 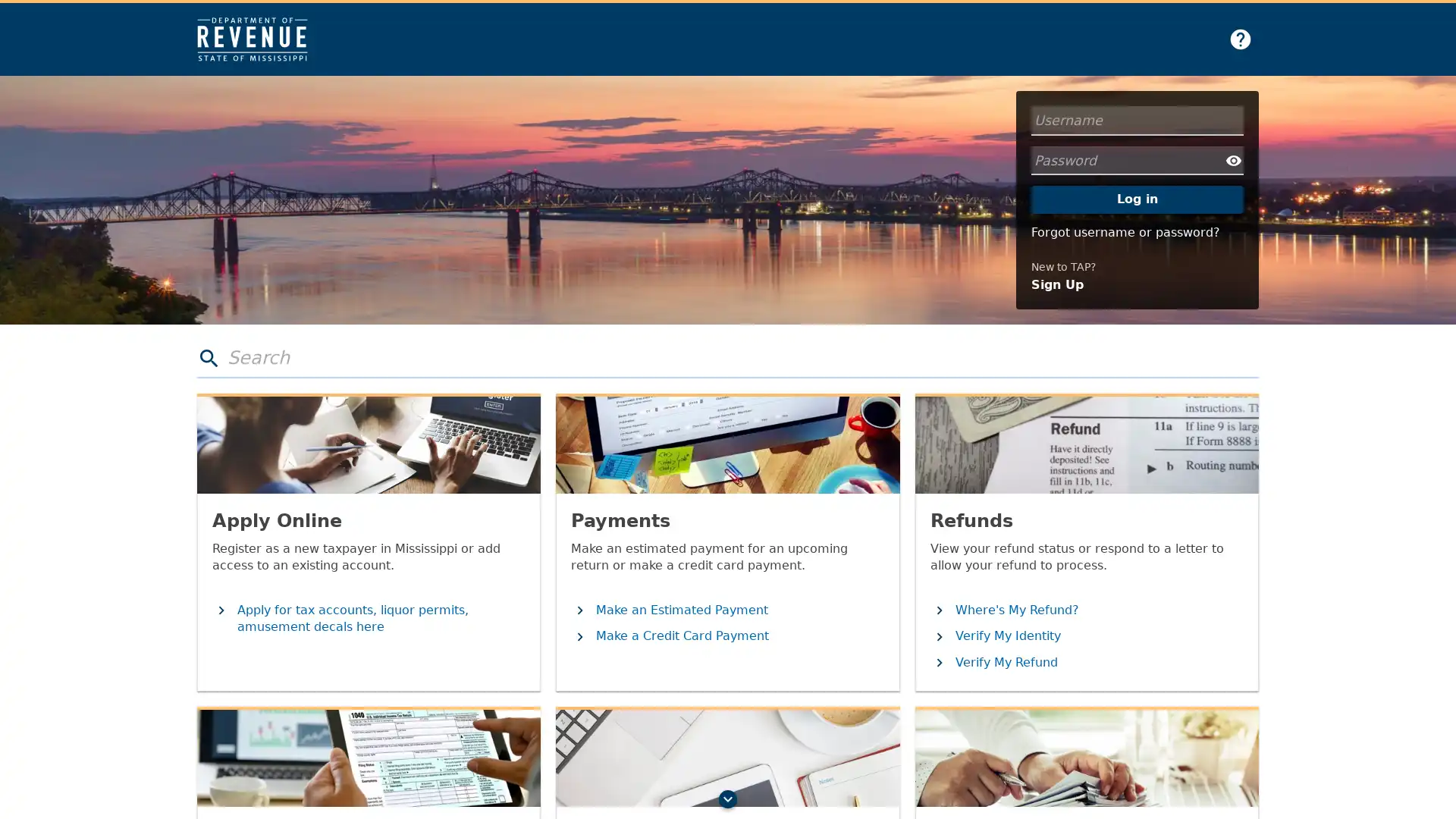 I want to click on Show/Hide Password, so click(x=1234, y=160).